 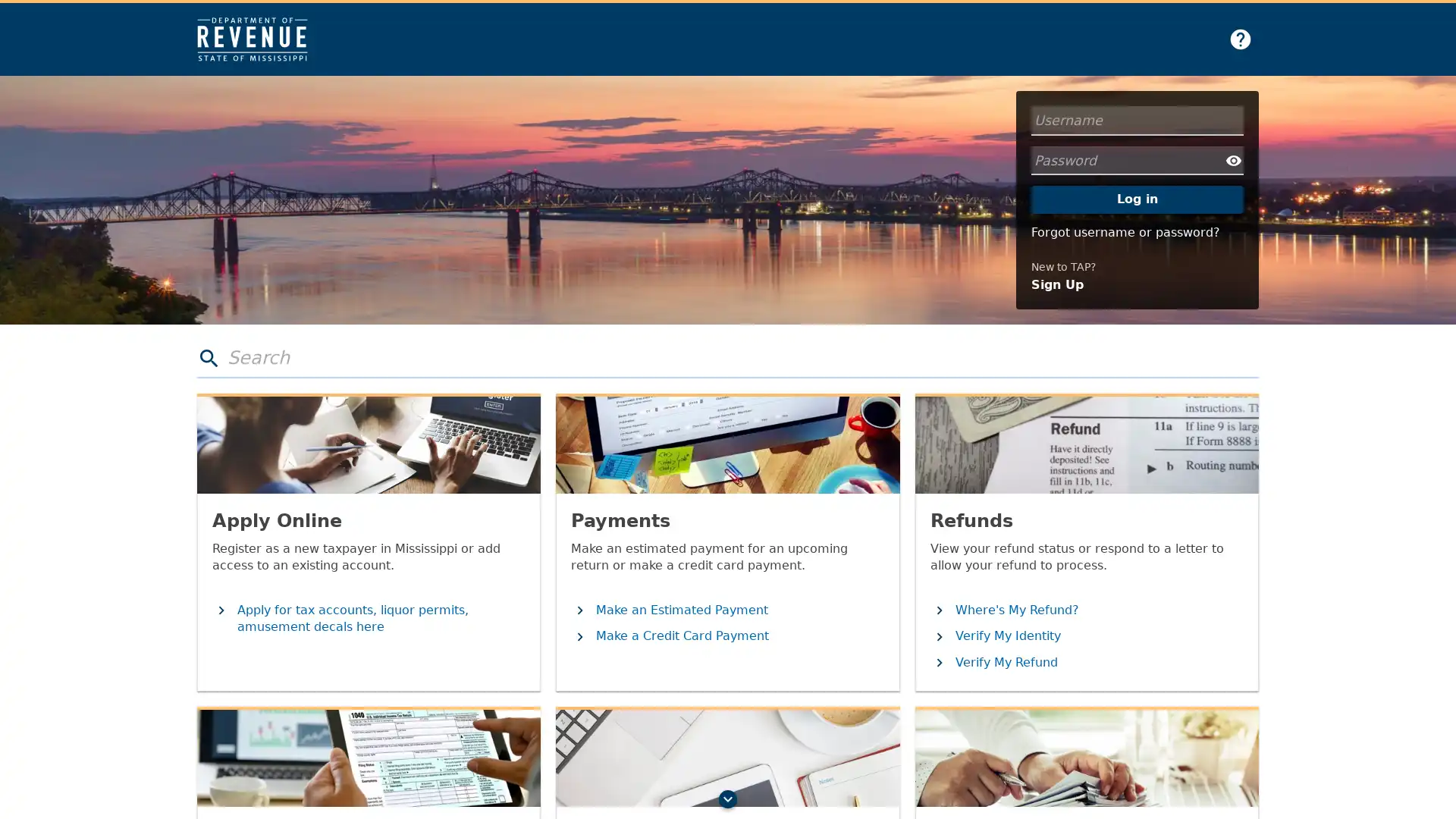 I want to click on Show/Hide Password, so click(x=1234, y=160).